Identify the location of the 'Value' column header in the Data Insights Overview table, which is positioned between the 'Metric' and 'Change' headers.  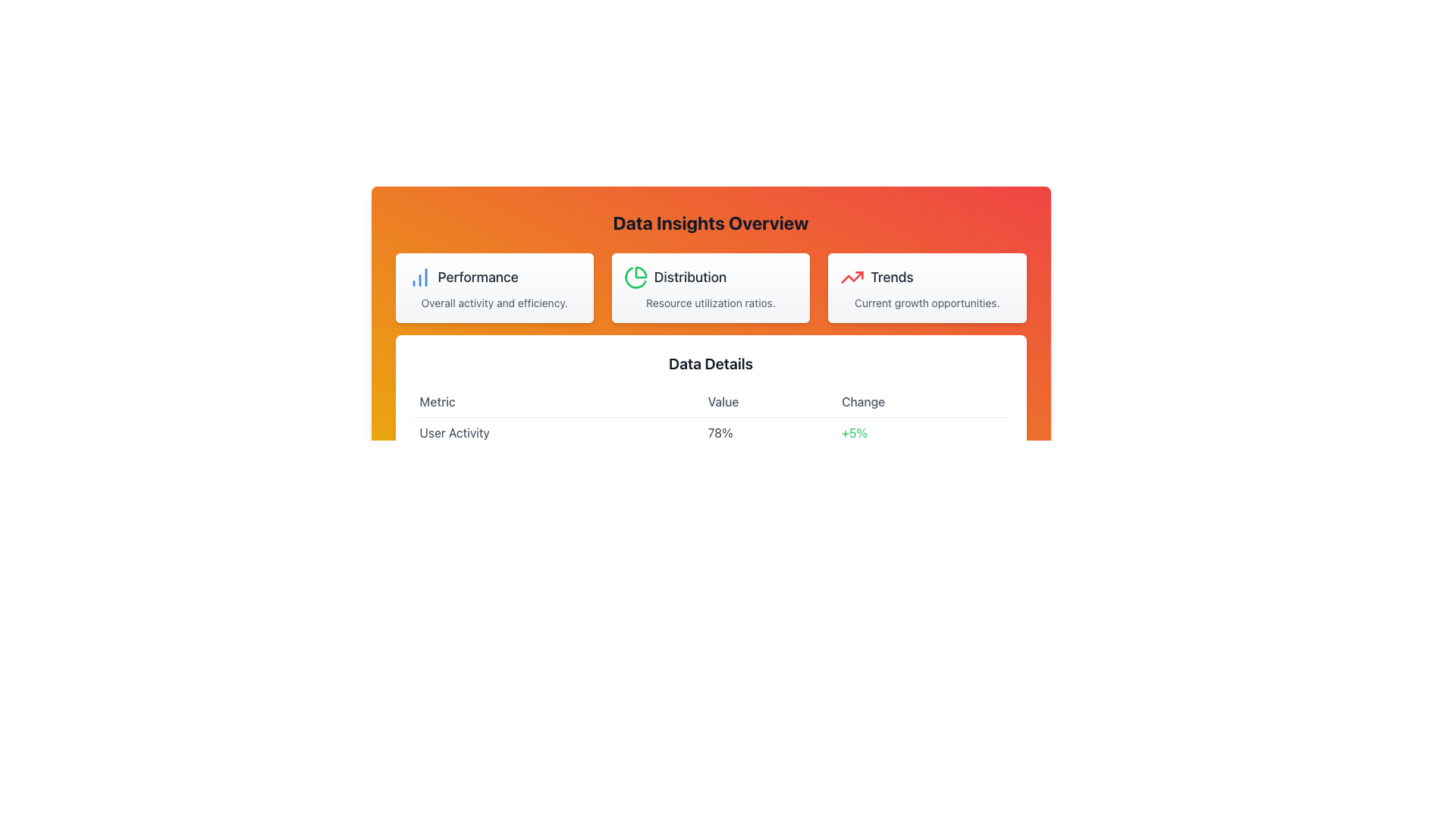
(710, 401).